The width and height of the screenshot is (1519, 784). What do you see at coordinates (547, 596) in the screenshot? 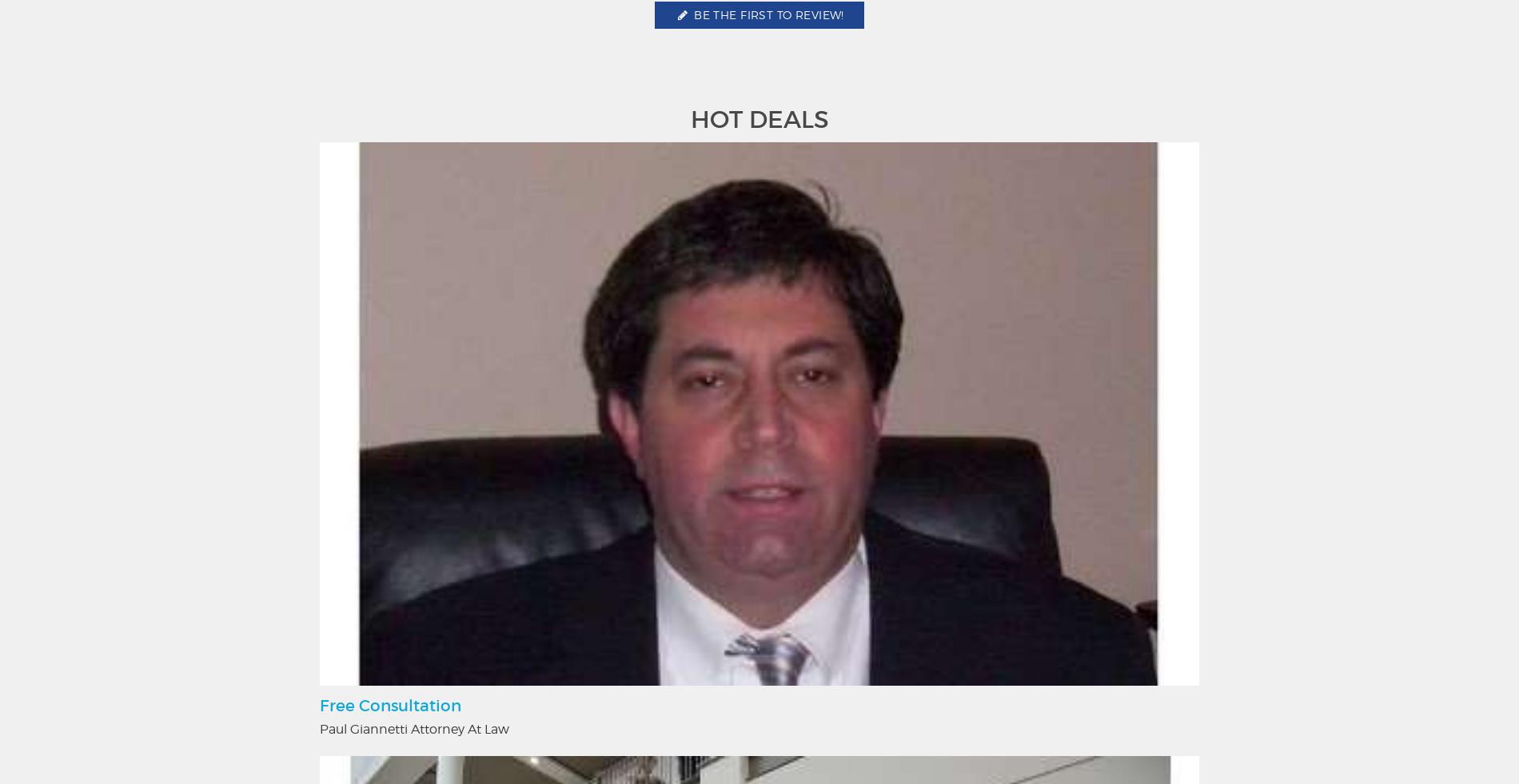
I see `'Food & Drink'` at bounding box center [547, 596].